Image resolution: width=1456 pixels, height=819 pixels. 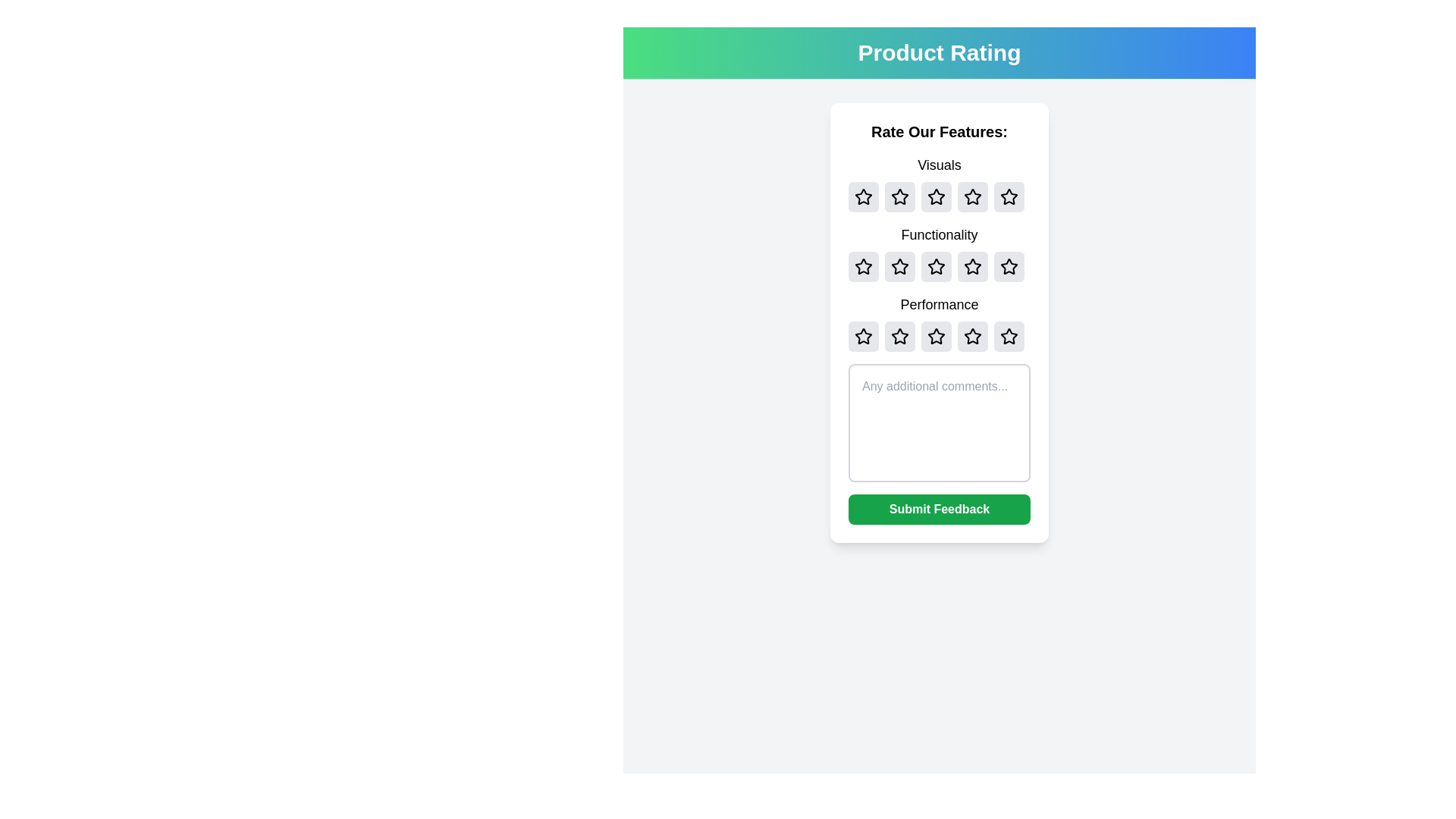 I want to click on the fourth star icon in the 'Functionality' row of the star rating options, so click(x=972, y=265).